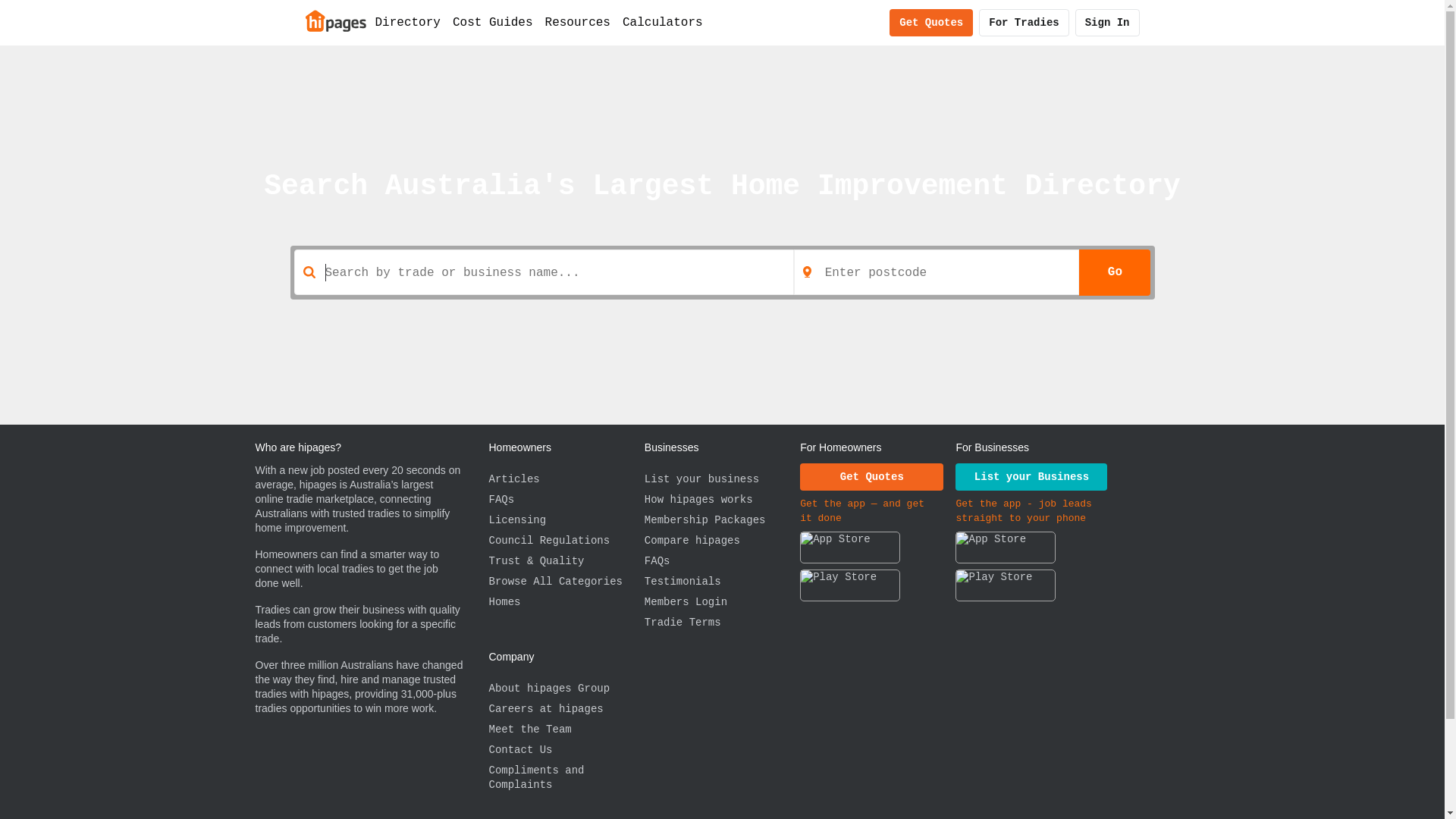 This screenshot has width=1456, height=819. What do you see at coordinates (644, 601) in the screenshot?
I see `'Members Login'` at bounding box center [644, 601].